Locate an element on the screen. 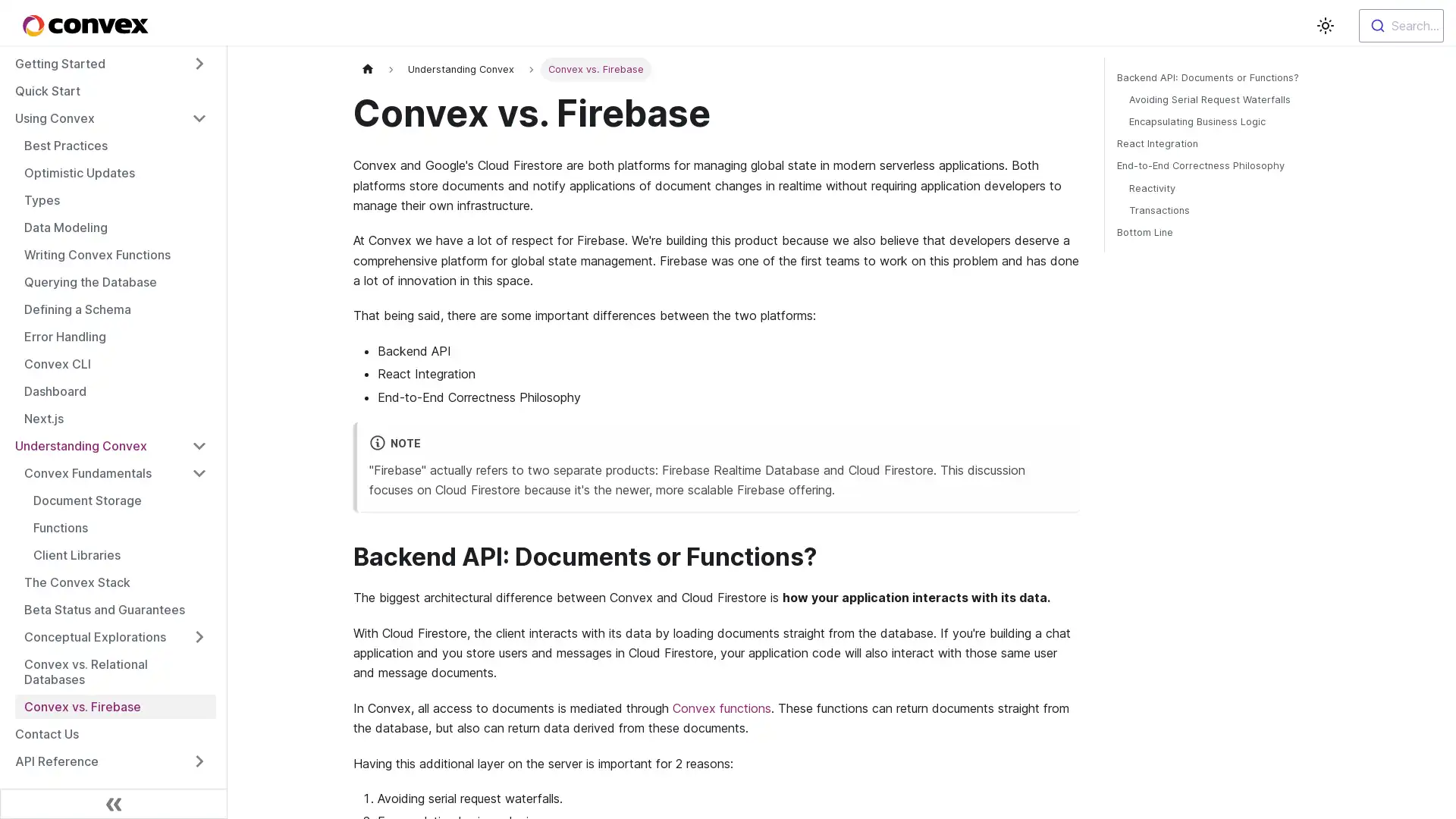 This screenshot has height=819, width=1456. Toggle the collapsible sidebar category 'Getting Started' is located at coordinates (199, 63).